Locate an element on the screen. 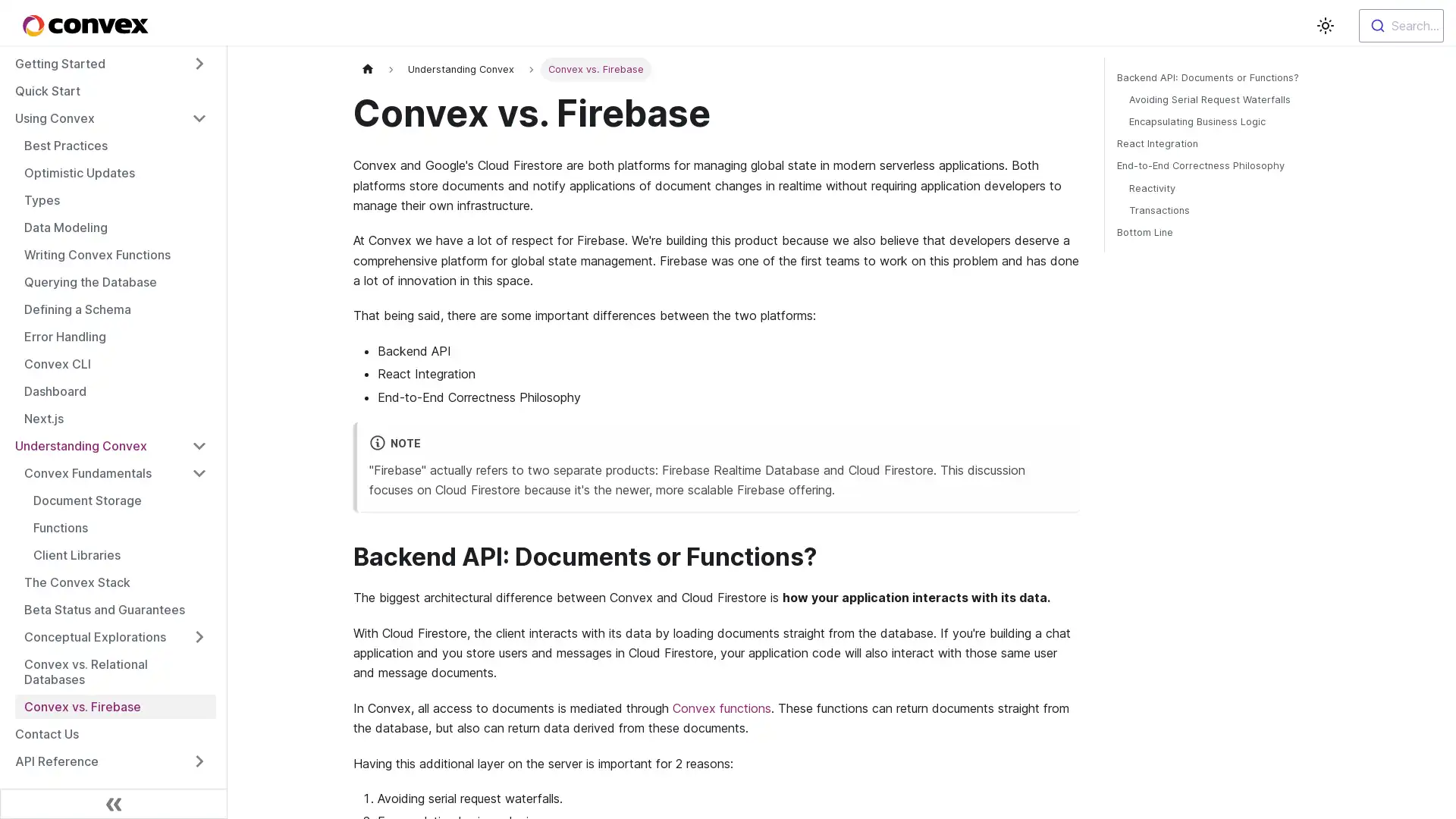 This screenshot has height=819, width=1456. Toggle the collapsible sidebar category 'Getting Started' is located at coordinates (199, 63).